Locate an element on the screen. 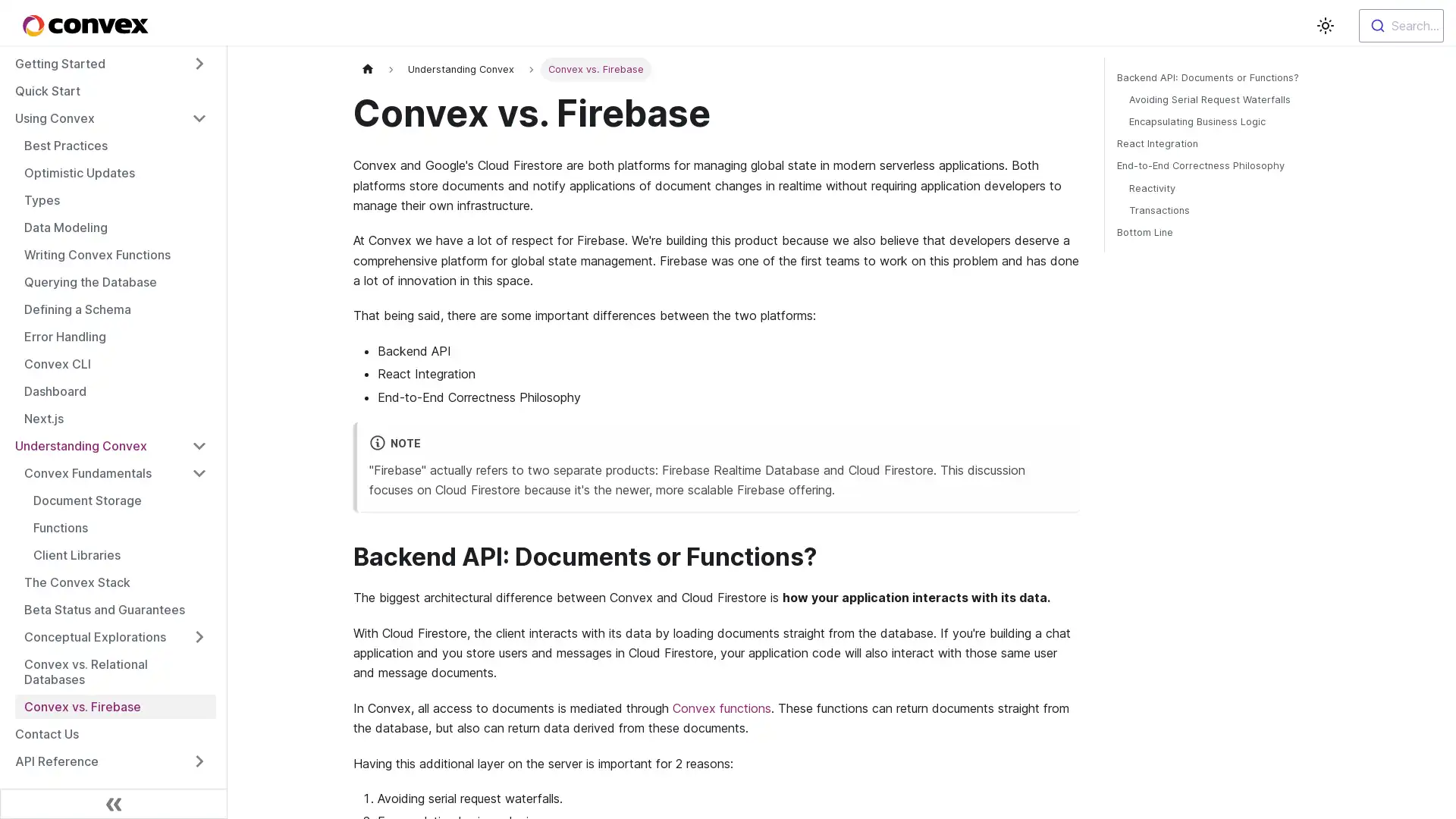 This screenshot has height=819, width=1456. Toggle the collapsible sidebar category 'Getting Started' is located at coordinates (199, 63).